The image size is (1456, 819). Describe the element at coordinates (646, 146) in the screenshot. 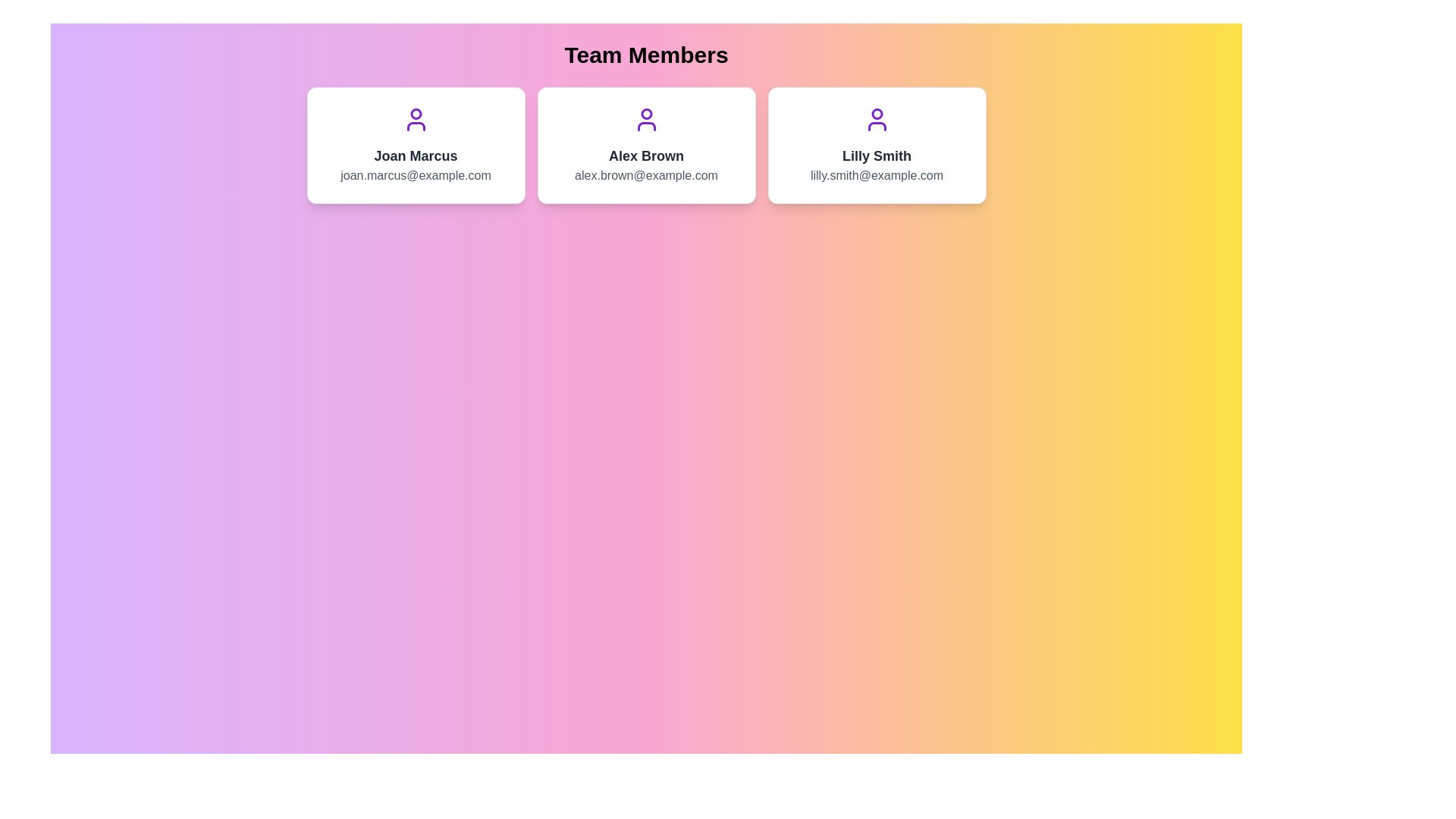

I see `the contact information card located in the second column of the grid layout below the 'Team Members' title` at that location.